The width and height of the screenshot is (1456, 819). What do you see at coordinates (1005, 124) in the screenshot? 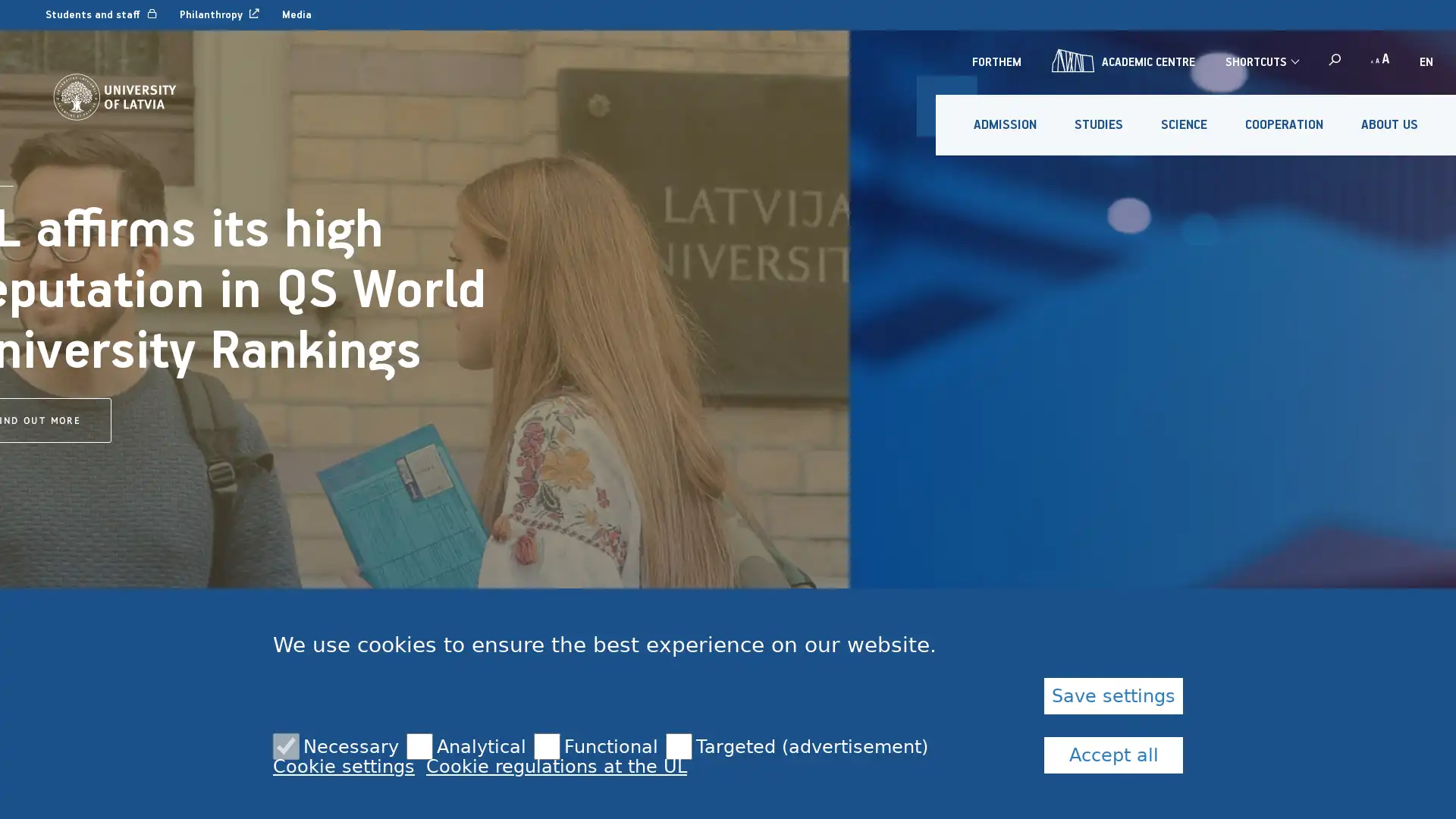
I see `ADMISSION` at bounding box center [1005, 124].